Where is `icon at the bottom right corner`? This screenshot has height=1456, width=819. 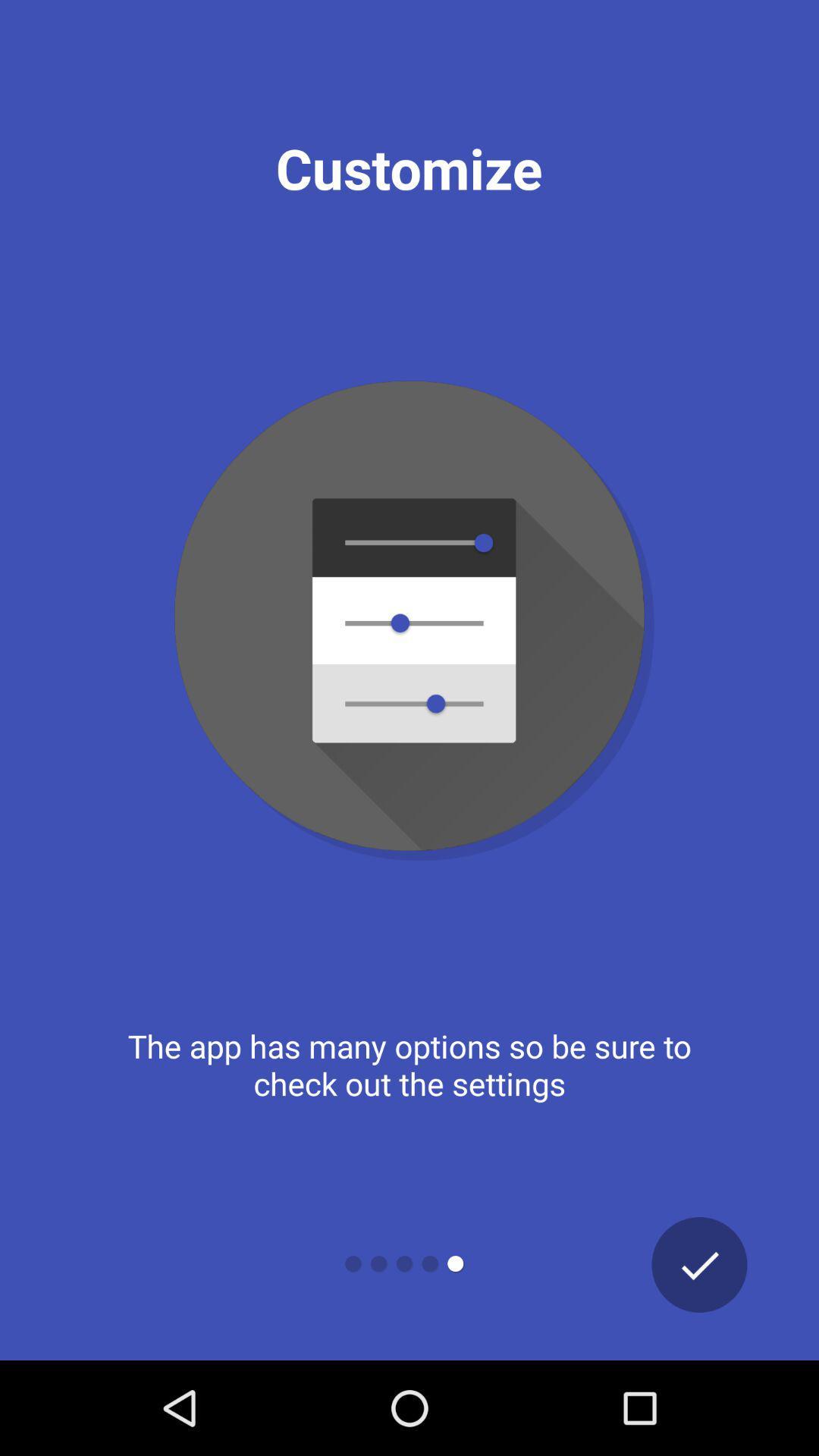 icon at the bottom right corner is located at coordinates (699, 1265).